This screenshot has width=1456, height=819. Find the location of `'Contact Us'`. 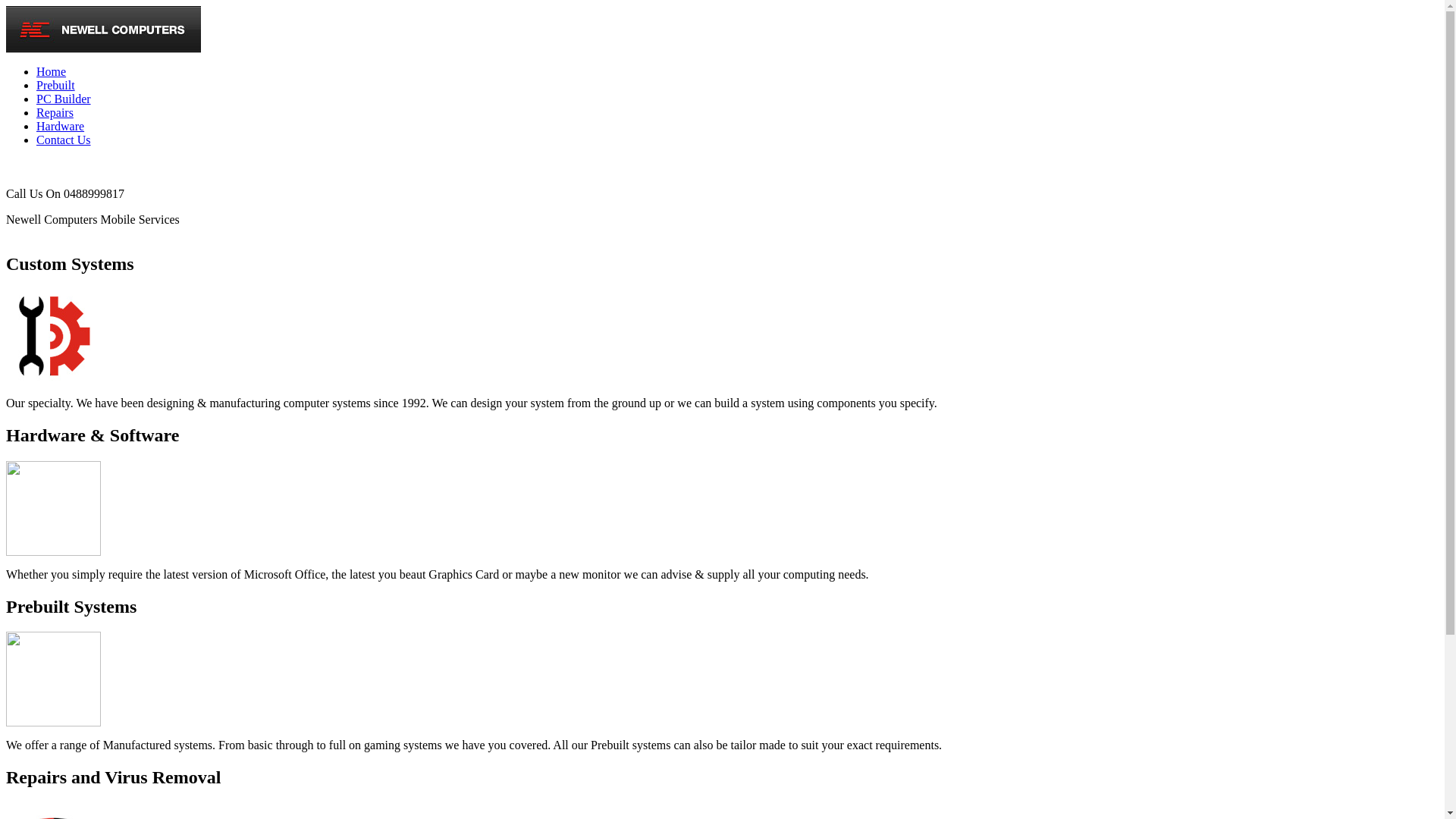

'Contact Us' is located at coordinates (36, 140).